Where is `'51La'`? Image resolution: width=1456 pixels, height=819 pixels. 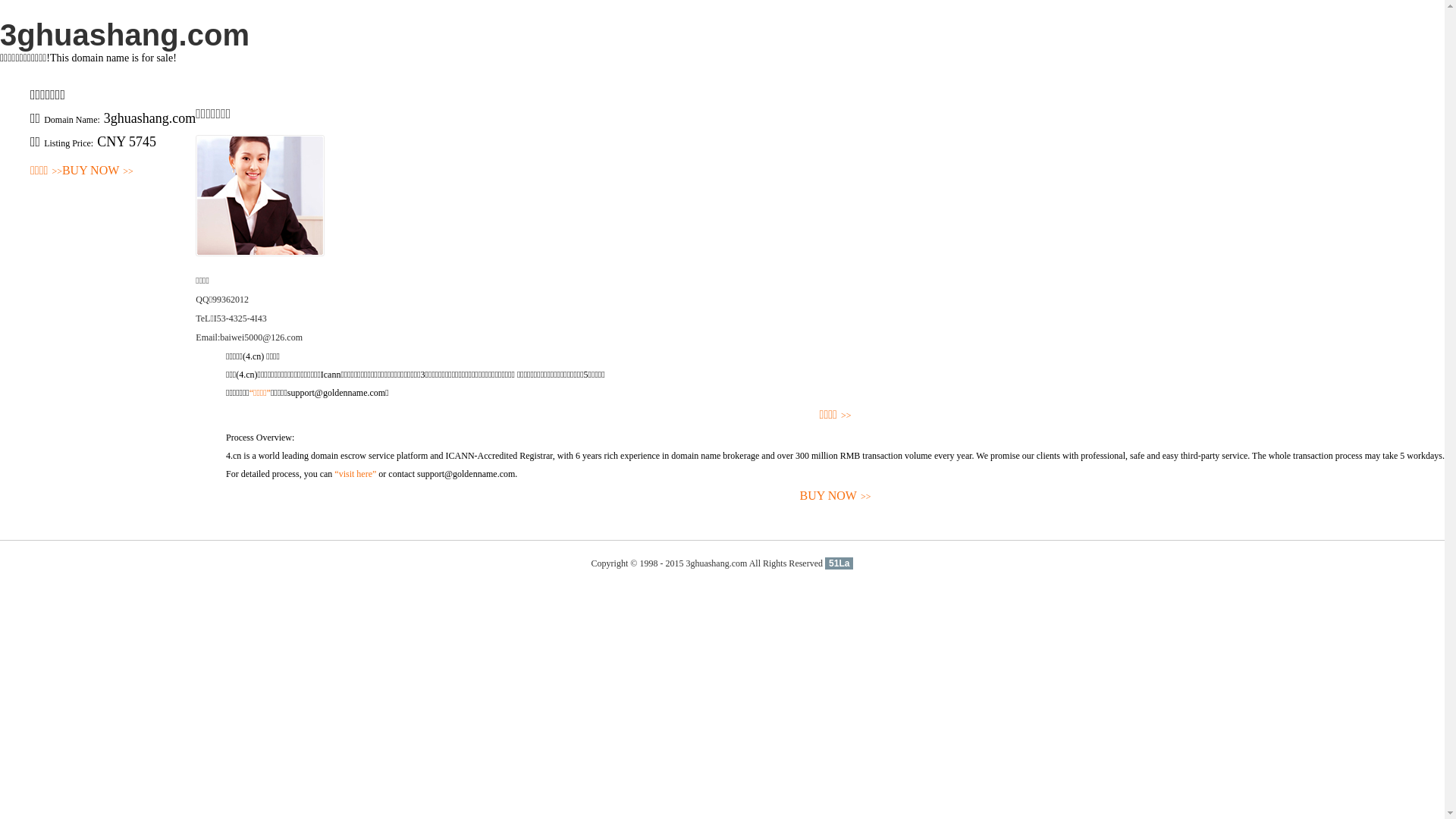
'51La' is located at coordinates (838, 563).